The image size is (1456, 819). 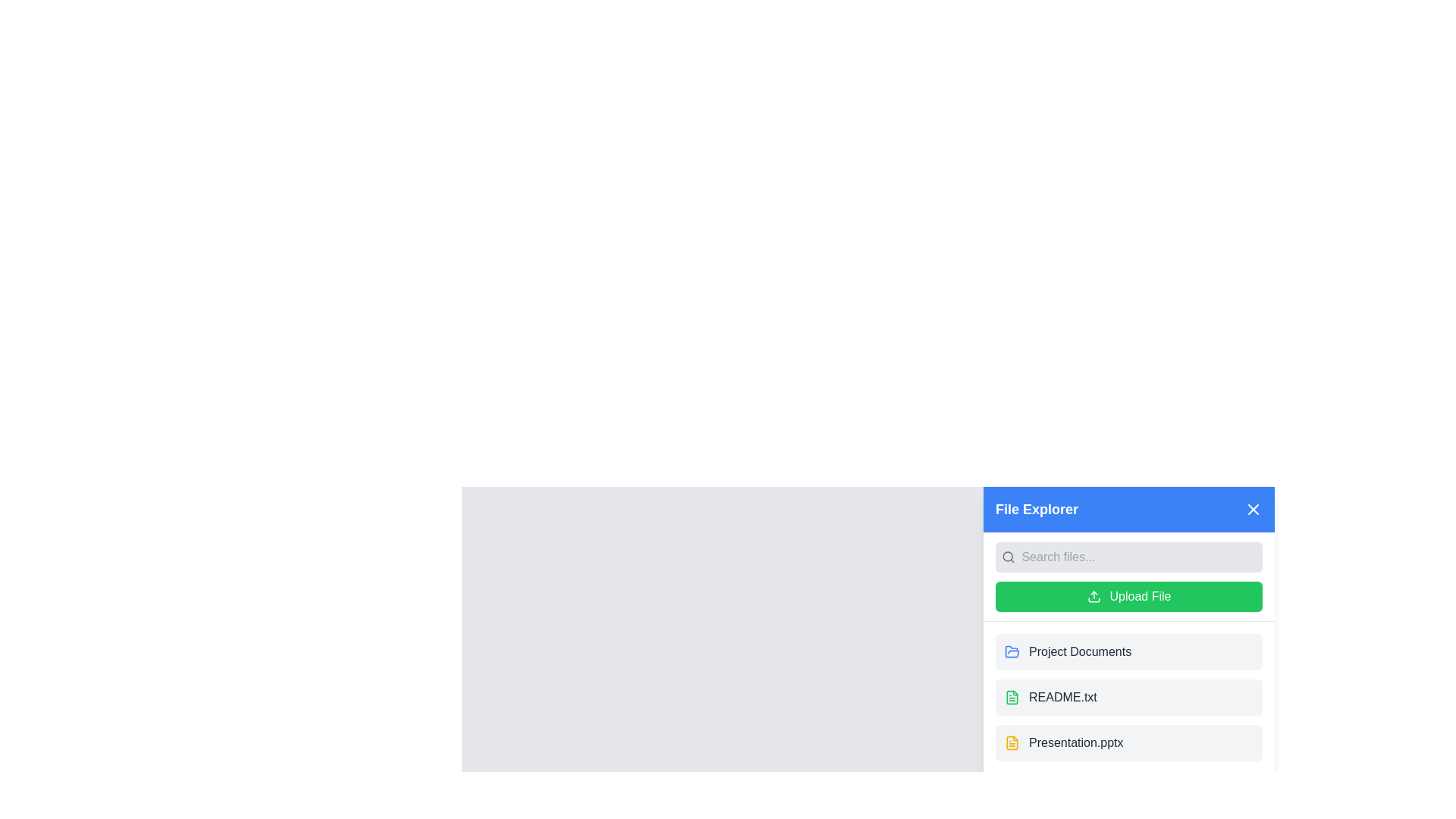 What do you see at coordinates (1036, 509) in the screenshot?
I see `the text label that serves as the title for the content section, positioned in the top-left corner of the header bar` at bounding box center [1036, 509].